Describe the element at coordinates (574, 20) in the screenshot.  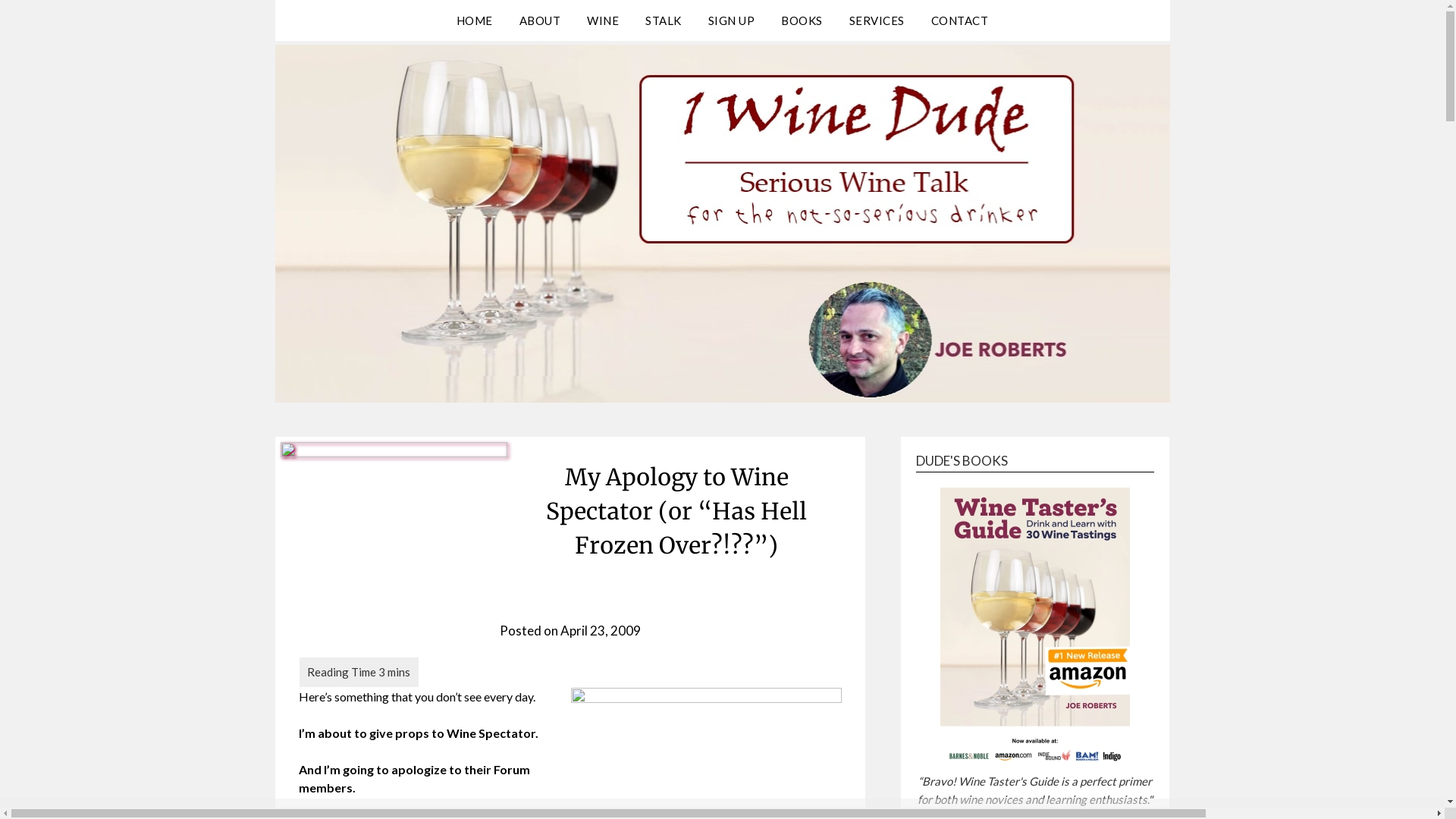
I see `'WINE'` at that location.